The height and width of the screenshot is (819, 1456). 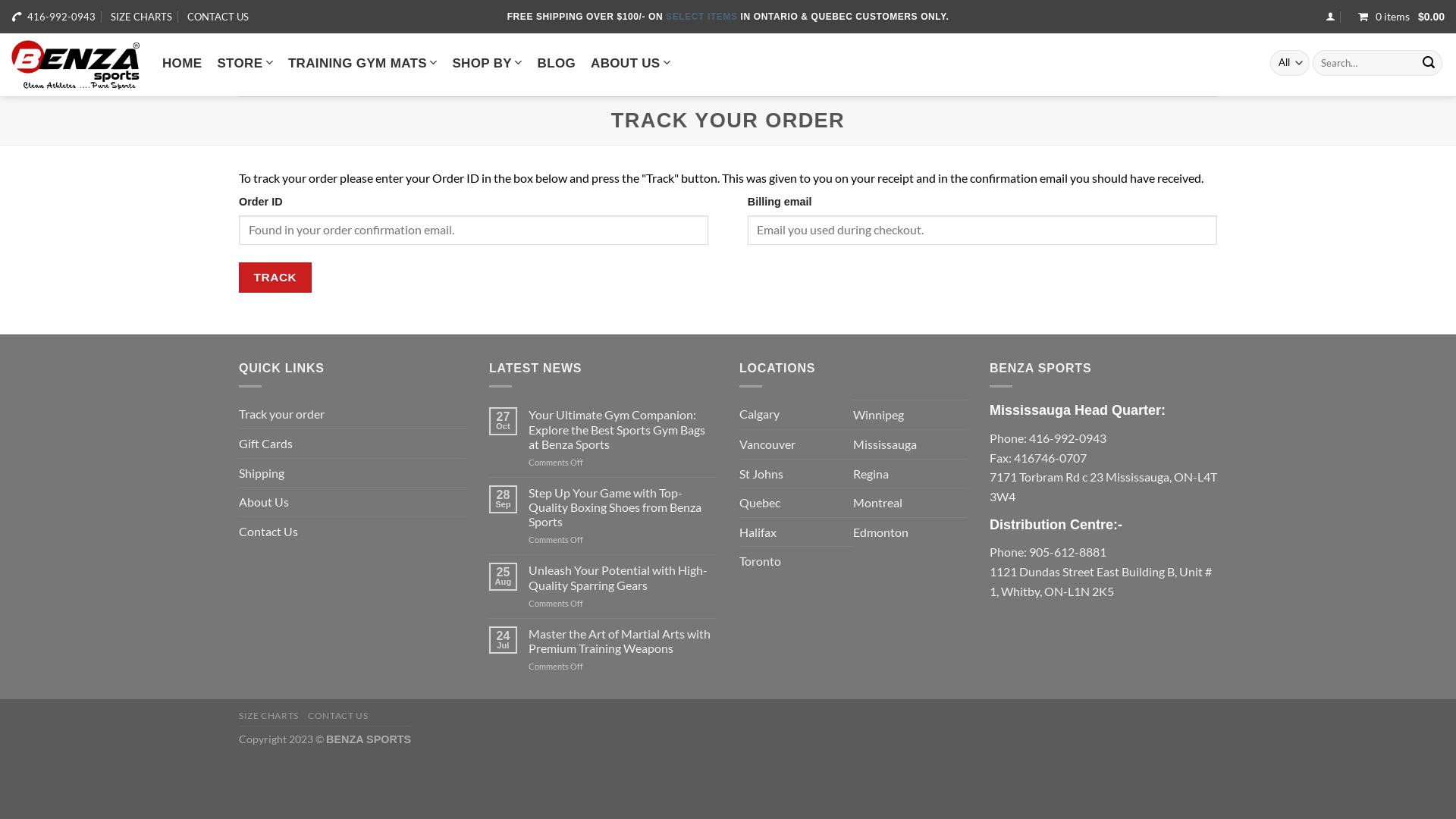 I want to click on 'Halifax', so click(x=739, y=532).